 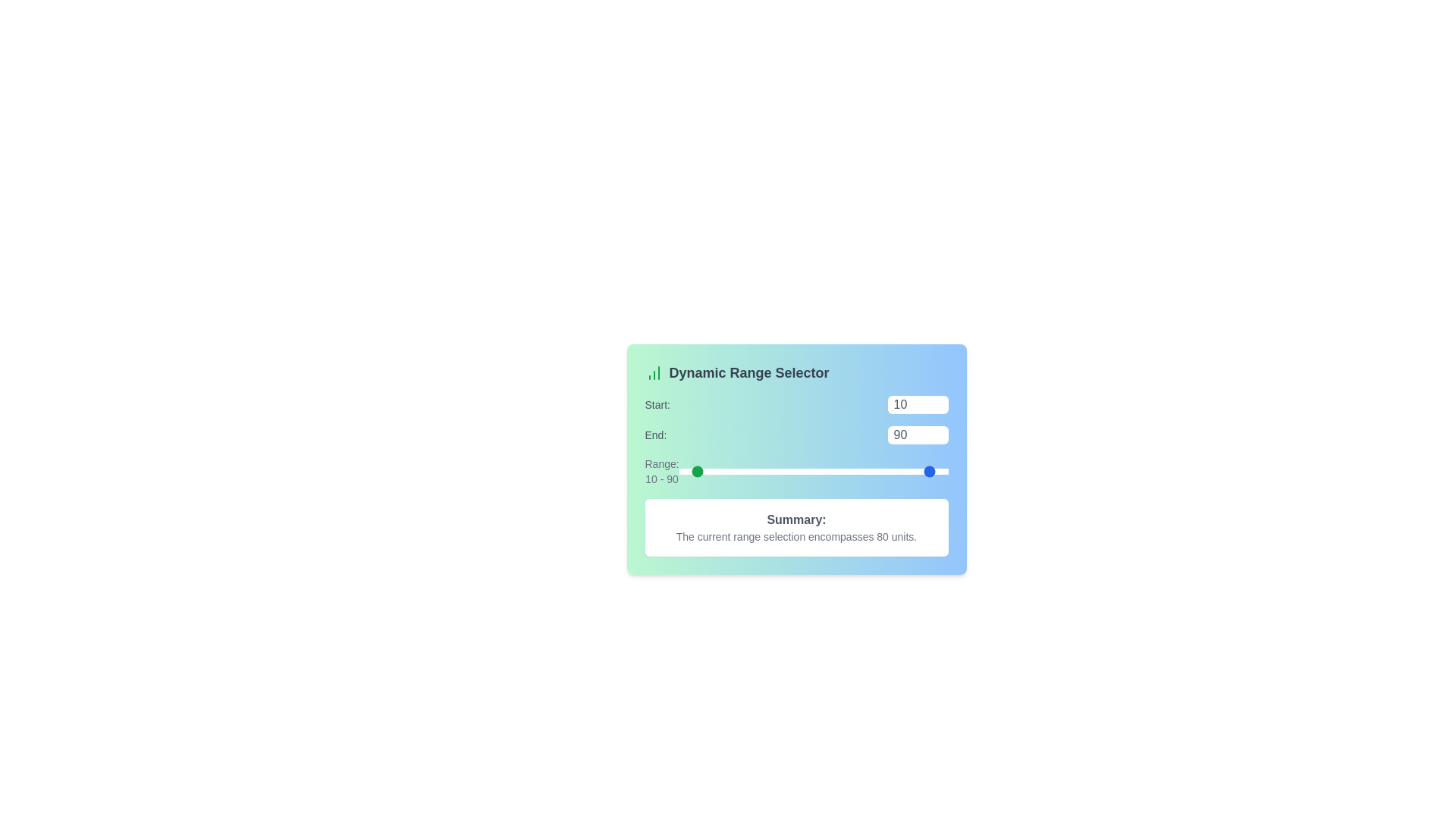 I want to click on the 'Start' range value to 64 using the input box, so click(x=917, y=403).